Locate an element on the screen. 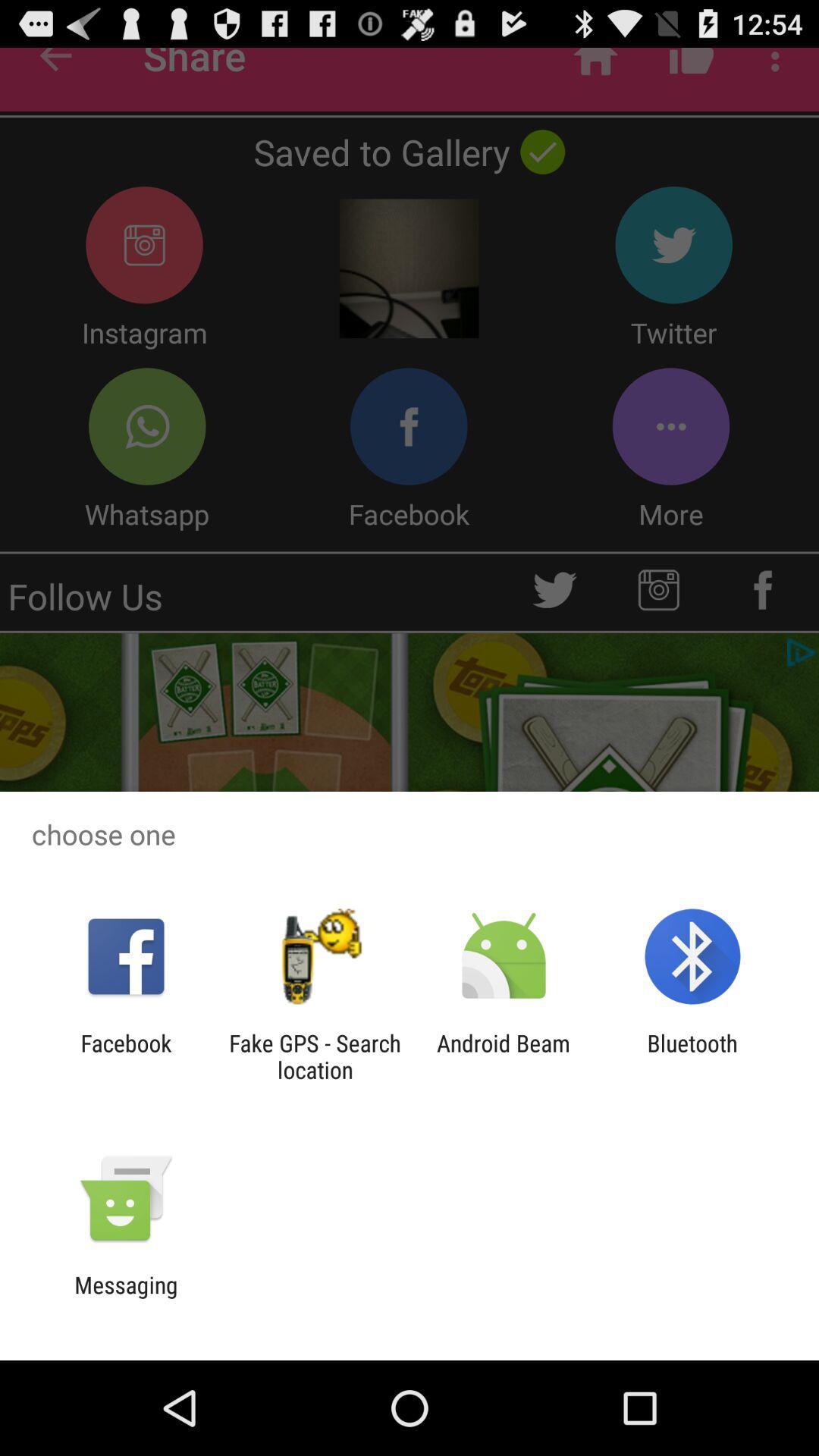 The width and height of the screenshot is (819, 1456). the messaging item is located at coordinates (125, 1298).